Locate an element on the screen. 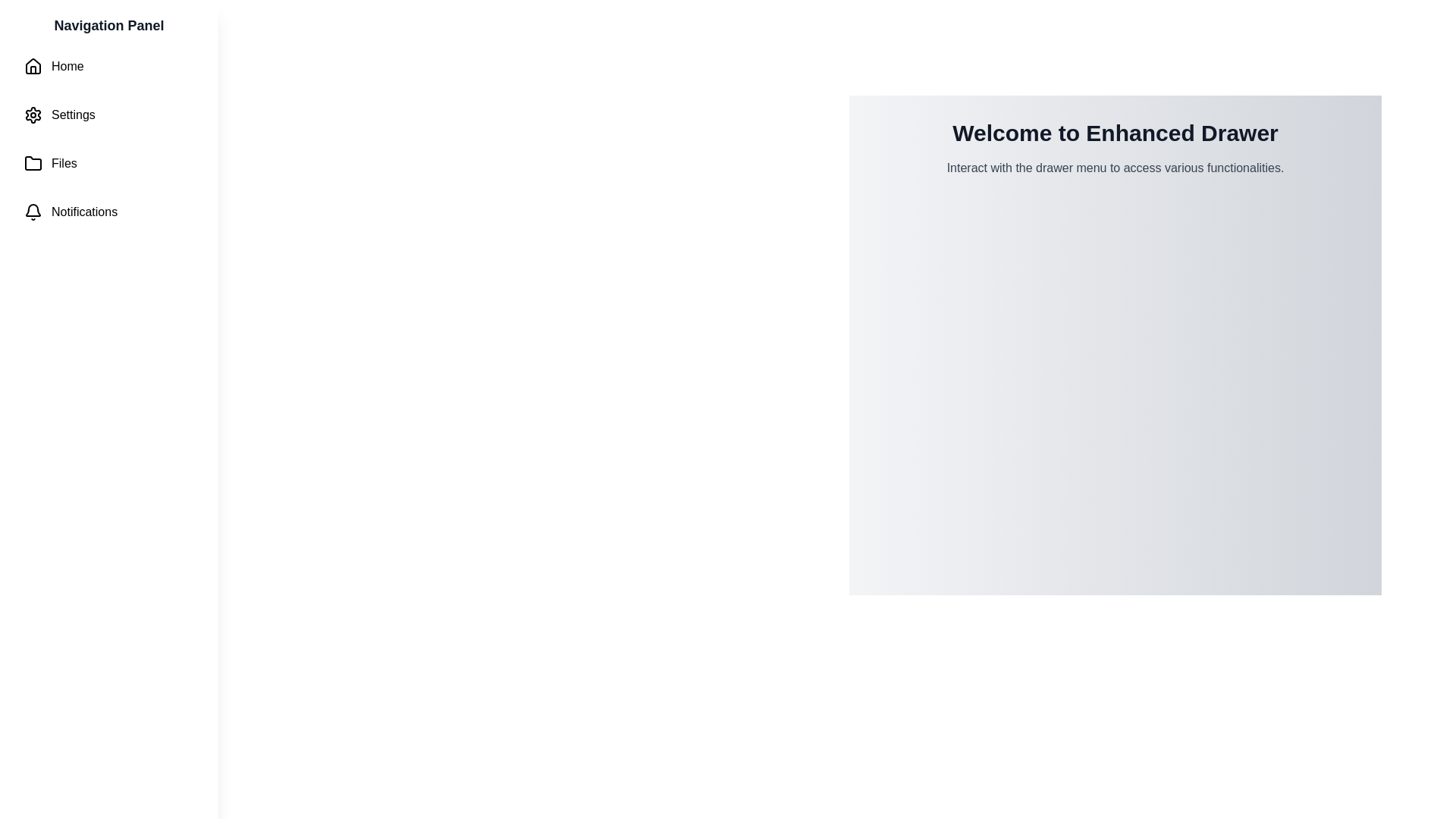 This screenshot has height=819, width=1456. the bell icon in the navigation menu, which serves as a notification indicator located in the fourth row, next to the 'Notifications' label is located at coordinates (33, 212).